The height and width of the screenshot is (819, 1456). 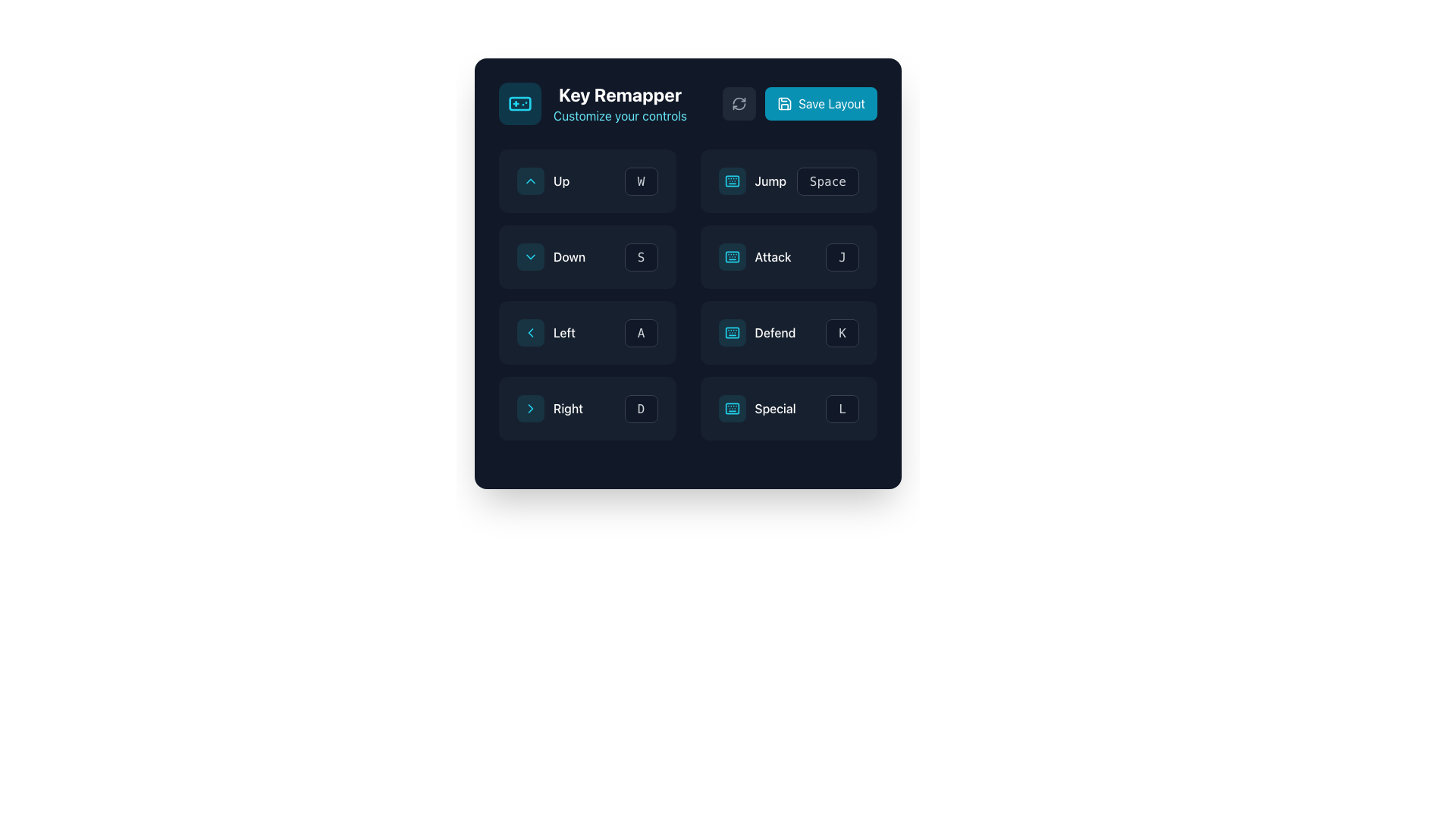 I want to click on the circular refresh arrow icon button located to the right of the 'Key Remapper' text and to the left of the 'Save Layout' button, so click(x=739, y=103).